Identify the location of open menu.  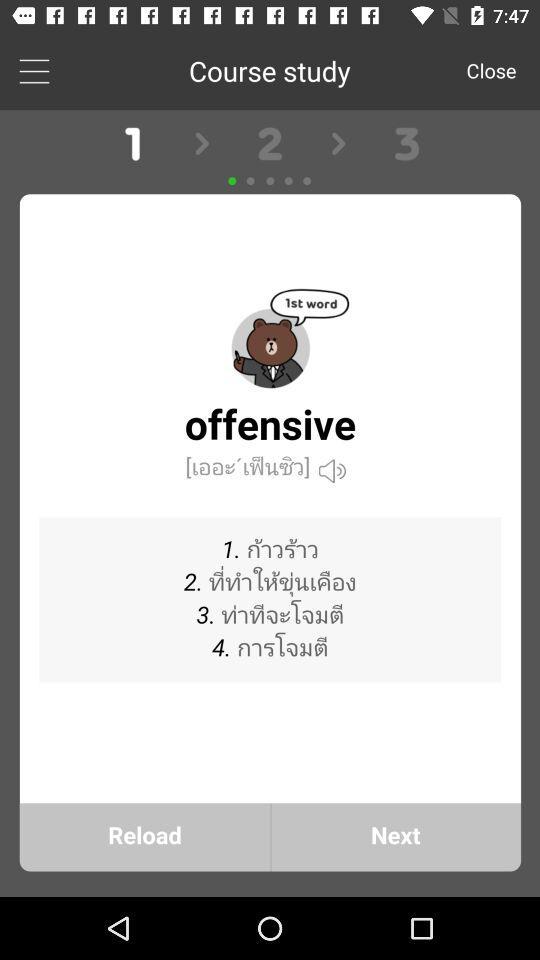
(33, 70).